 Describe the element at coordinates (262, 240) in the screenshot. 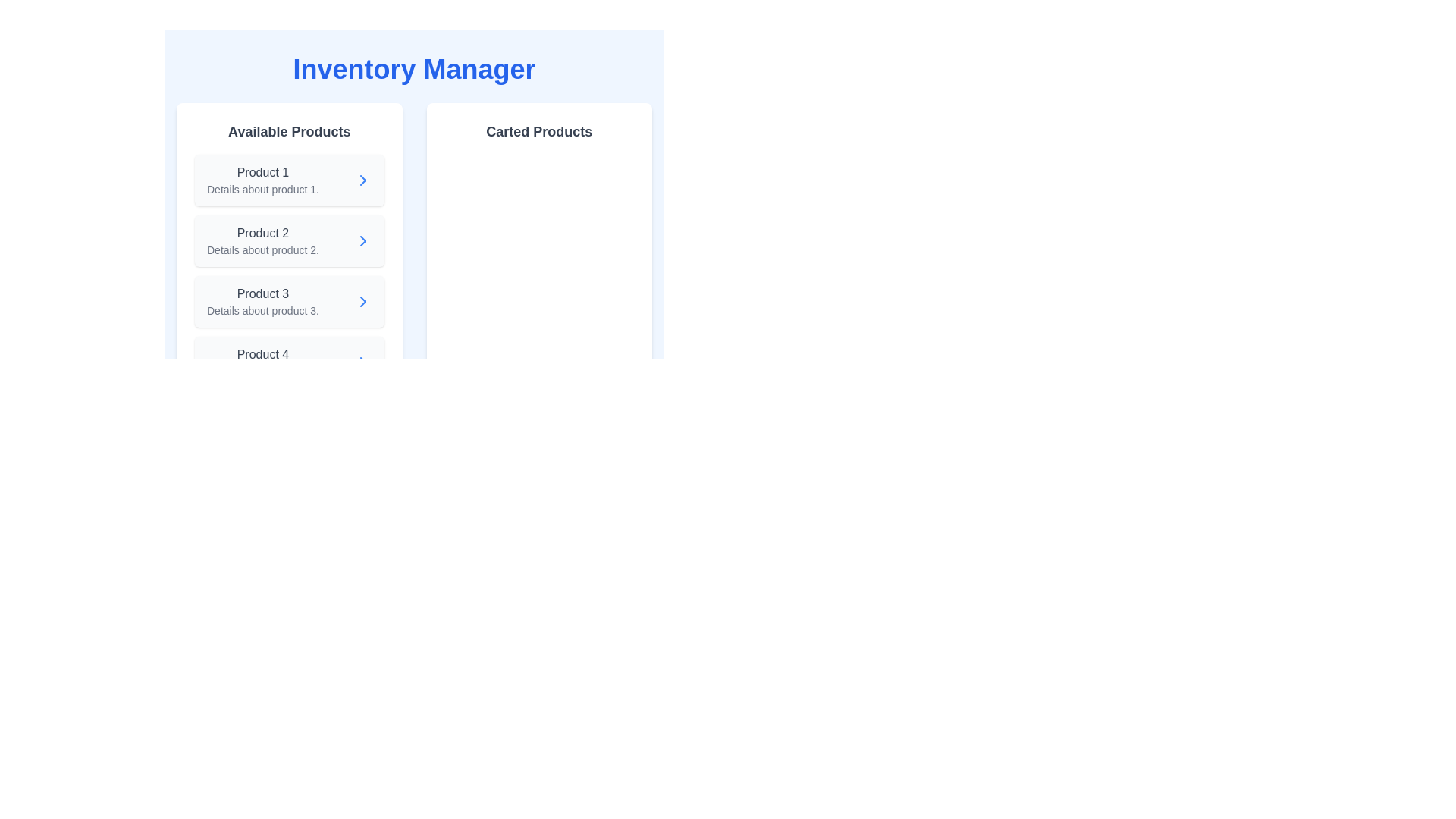

I see `the second item` at that location.